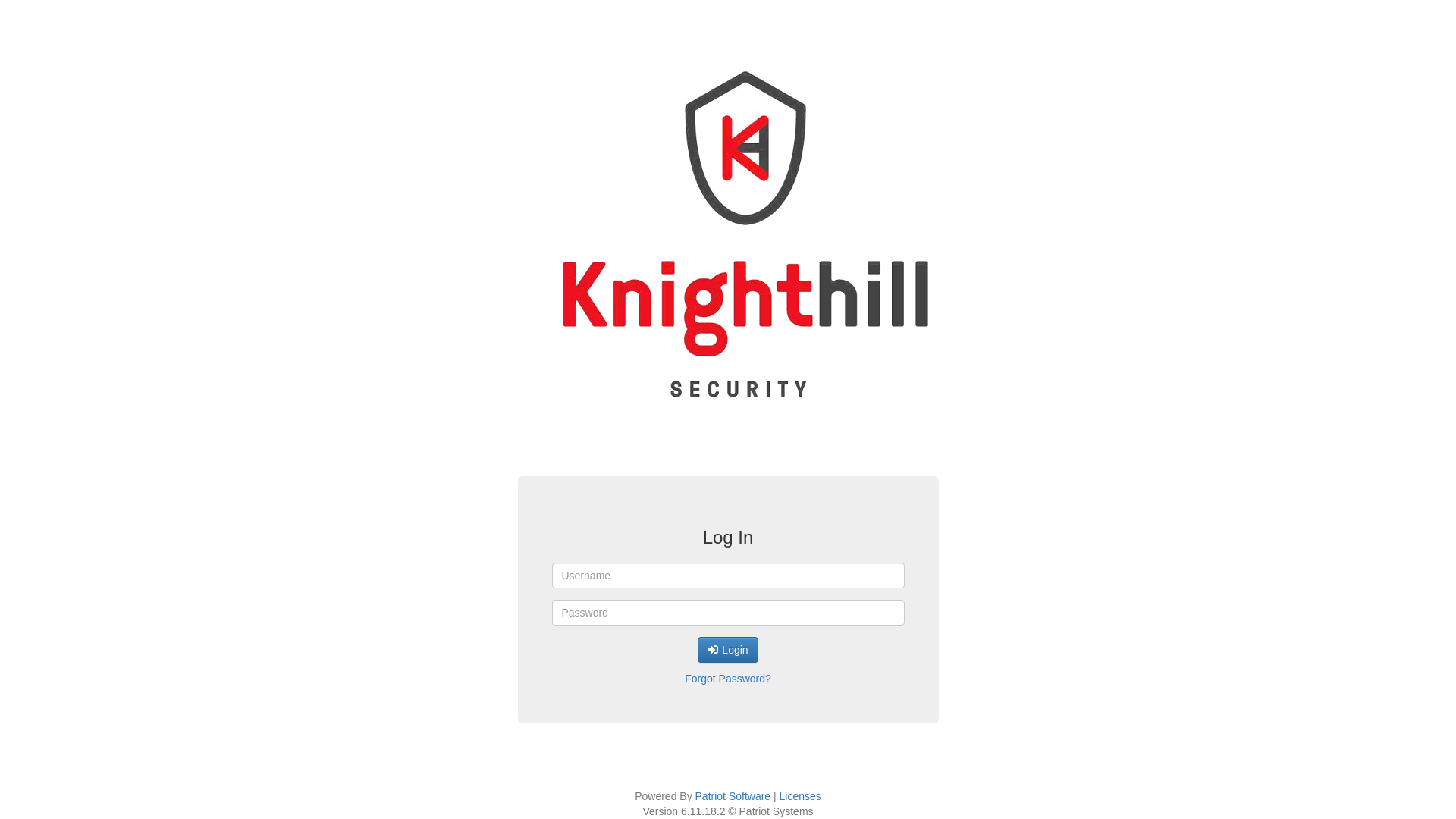 This screenshot has height=819, width=1456. What do you see at coordinates (779, 795) in the screenshot?
I see `'Licenses'` at bounding box center [779, 795].